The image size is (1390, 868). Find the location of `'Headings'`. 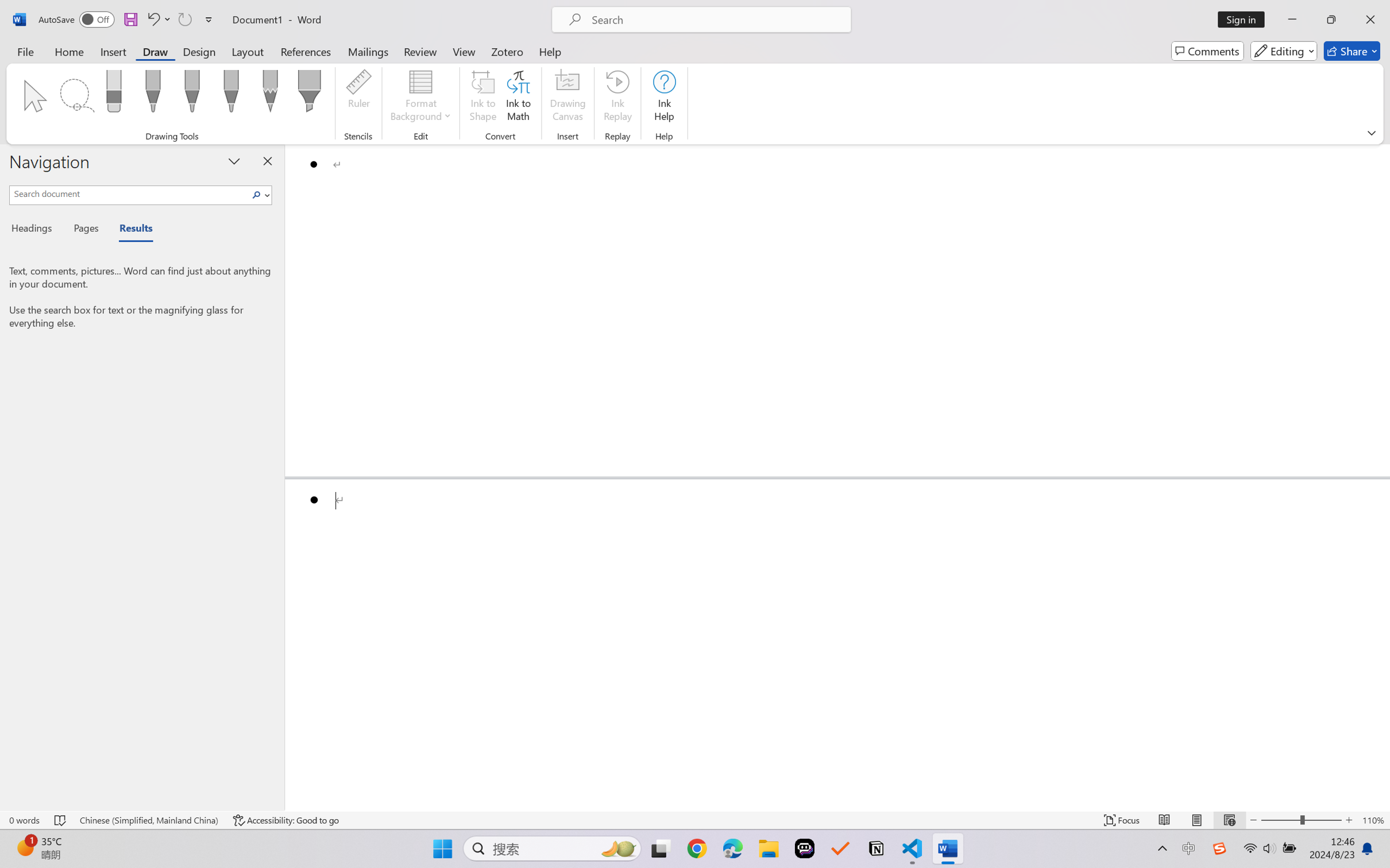

'Headings' is located at coordinates (35, 230).